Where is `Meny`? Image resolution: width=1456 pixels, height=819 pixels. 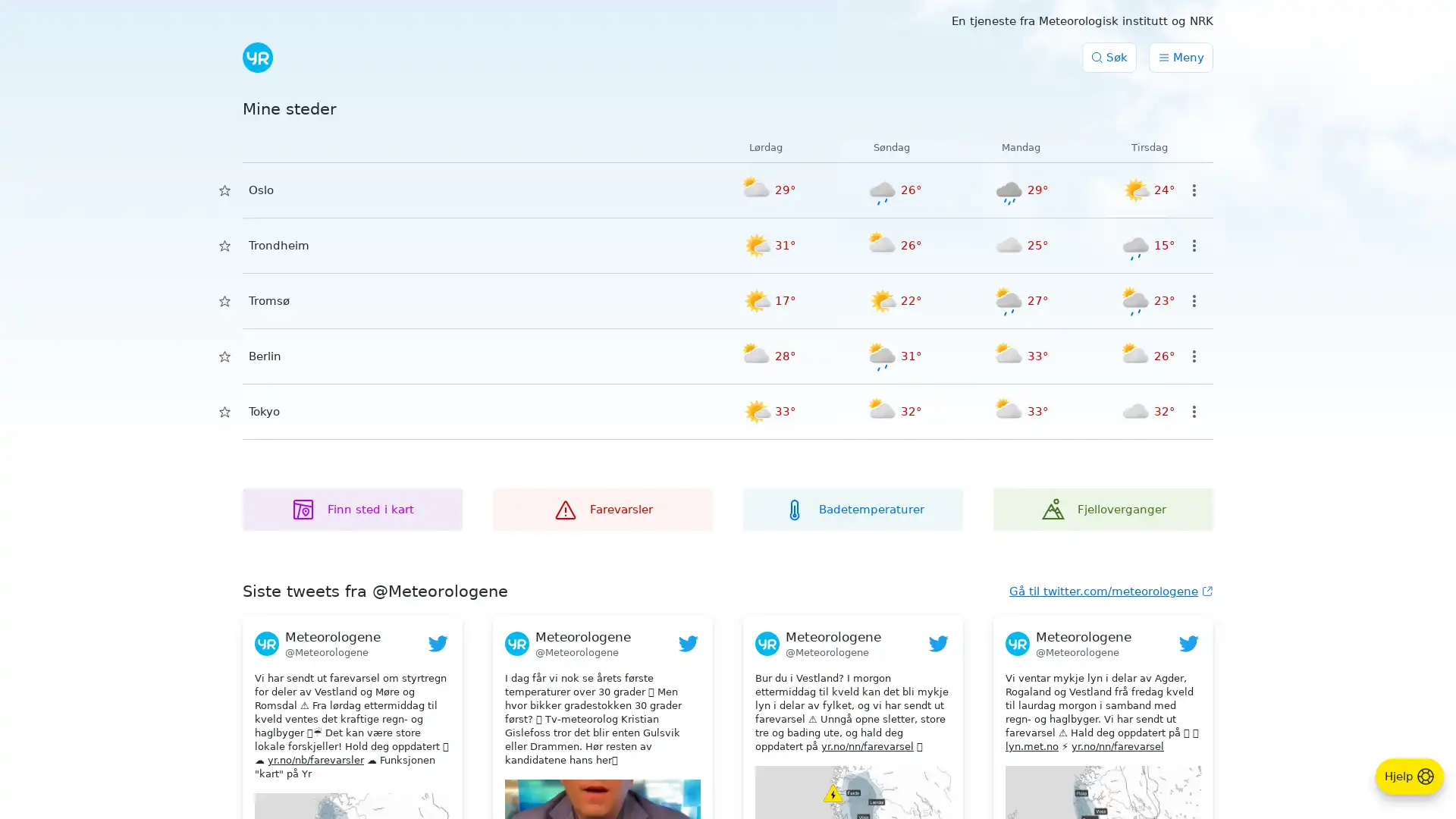
Meny is located at coordinates (1180, 57).